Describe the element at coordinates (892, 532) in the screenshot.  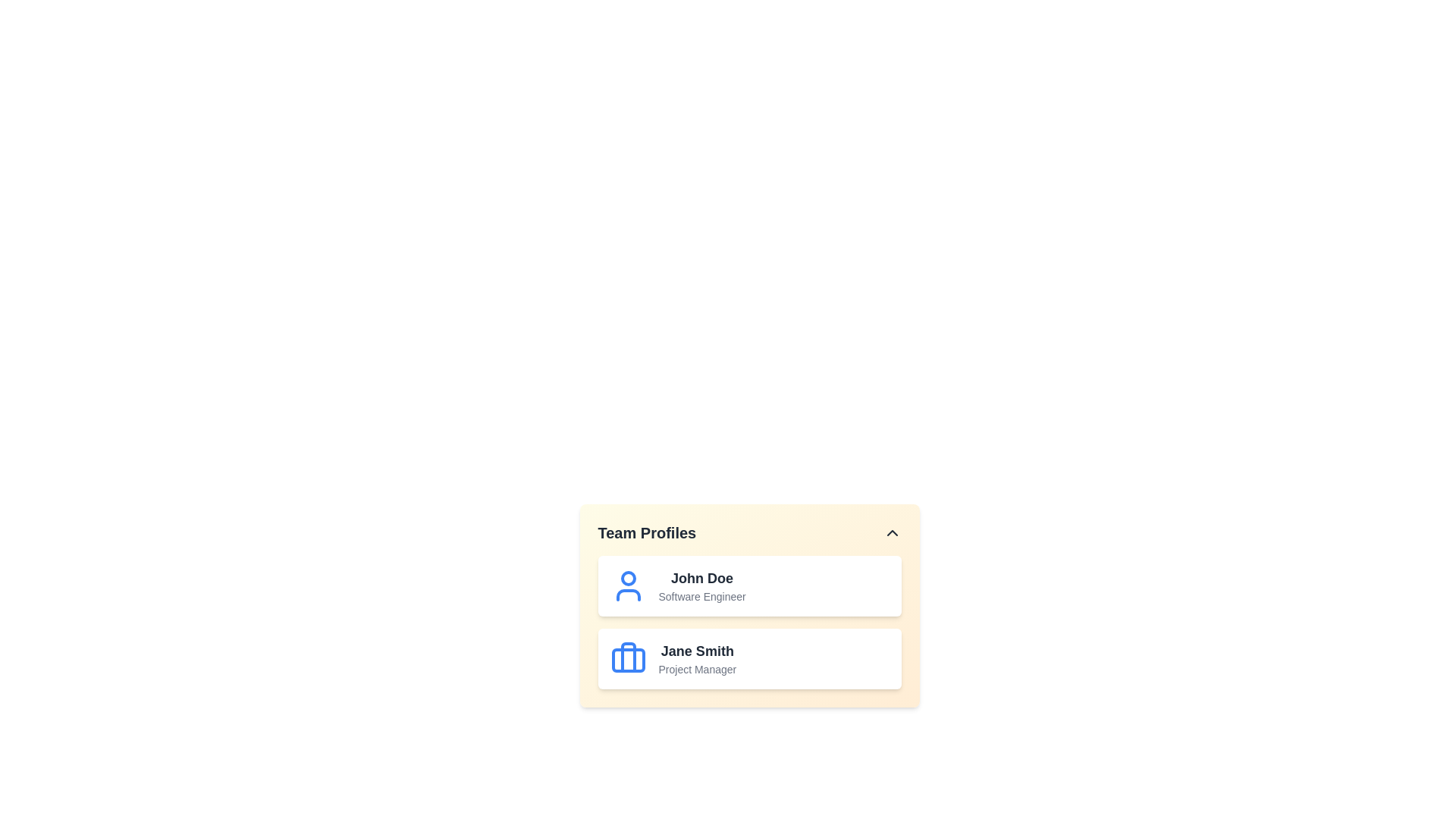
I see `the chevron-shaped upward arrow button located at the far right side of the 'Team Profiles' header` at that location.